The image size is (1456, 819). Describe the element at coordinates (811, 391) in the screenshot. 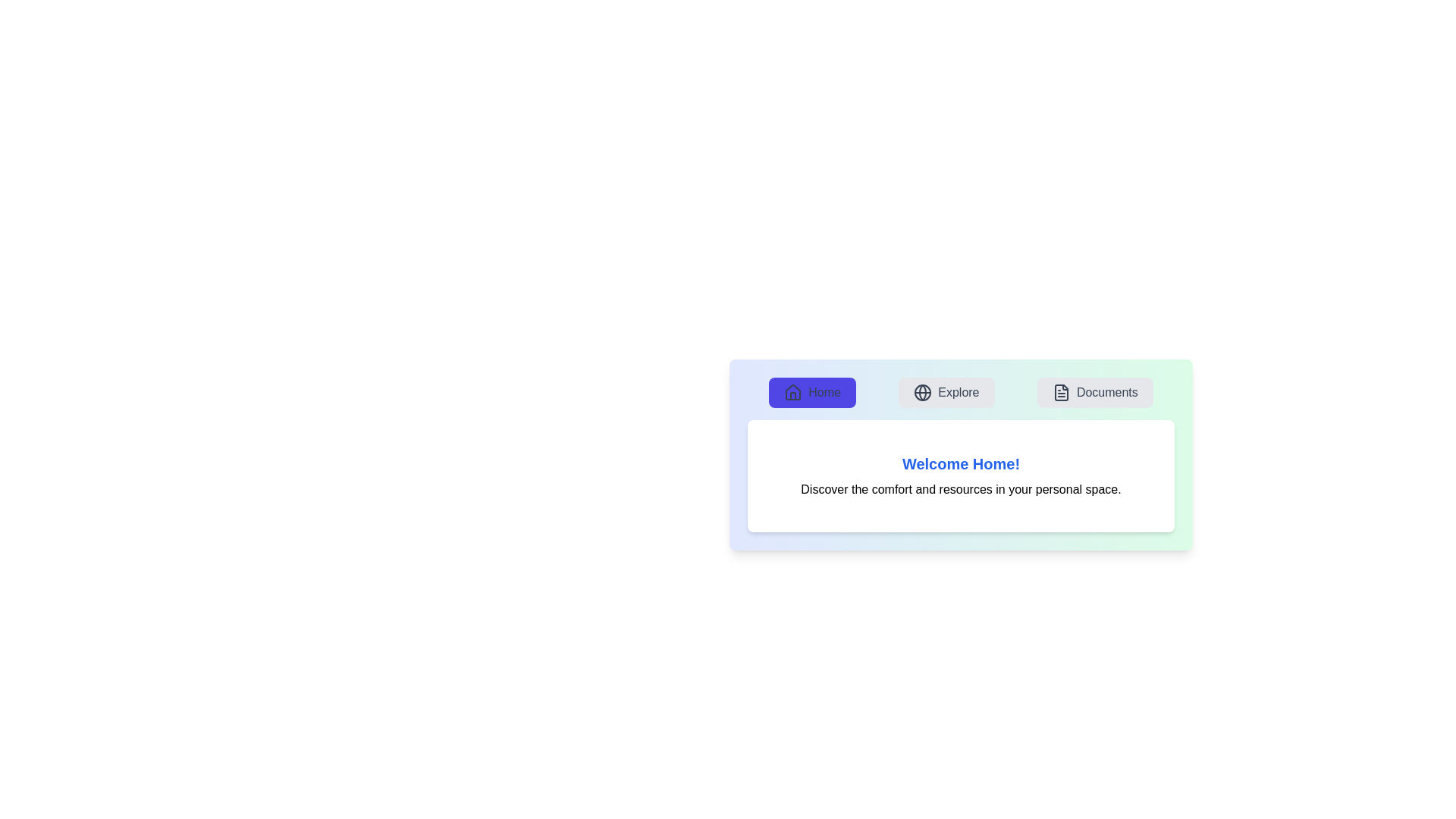

I see `the tab button labeled 'Home' to observe the visual feedback` at that location.